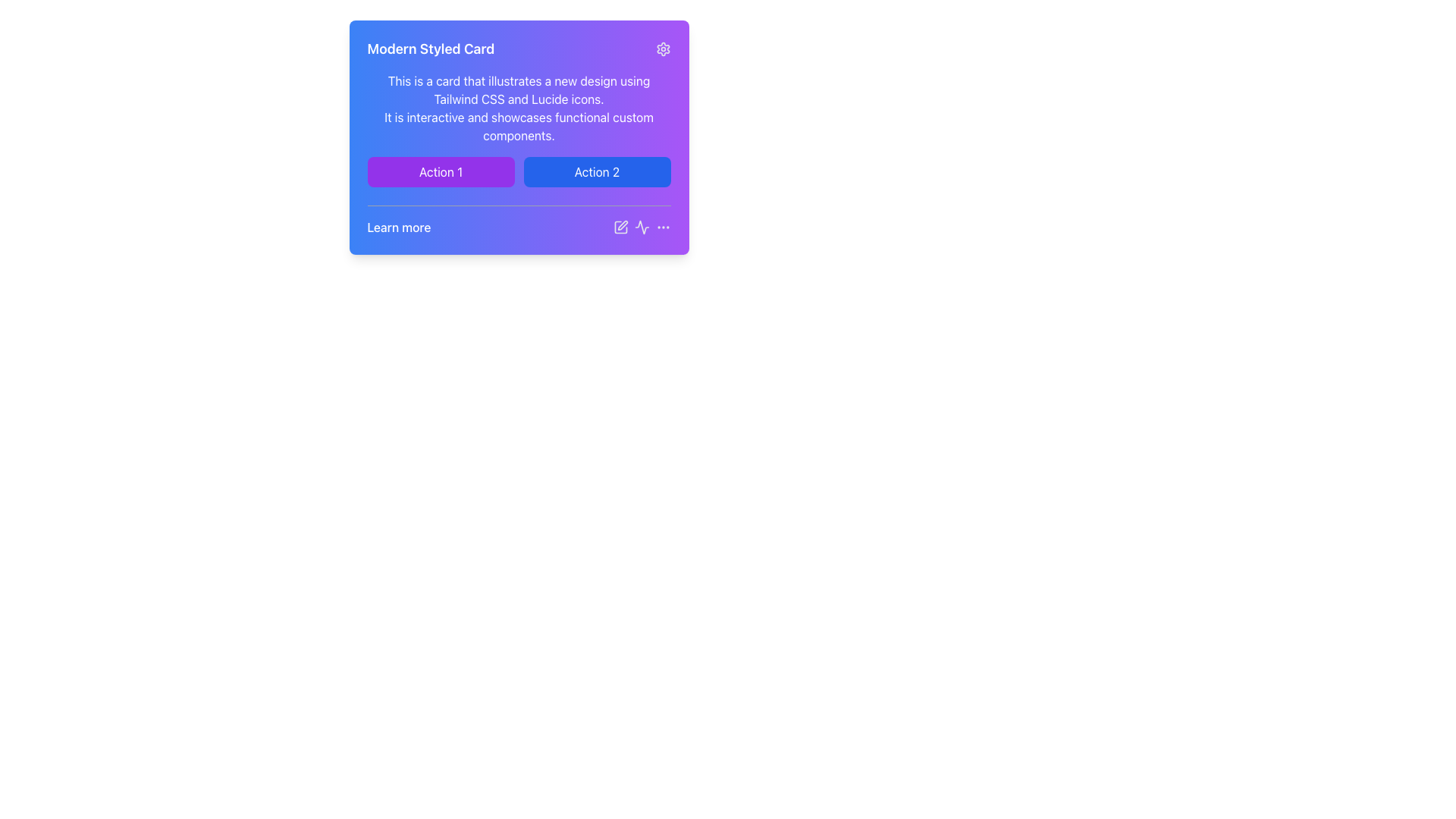 The width and height of the screenshot is (1456, 819). I want to click on the 'Learn more' hyperlink styled in white with an underline effect, located at the bottom left of the colorful card interface, so click(519, 221).